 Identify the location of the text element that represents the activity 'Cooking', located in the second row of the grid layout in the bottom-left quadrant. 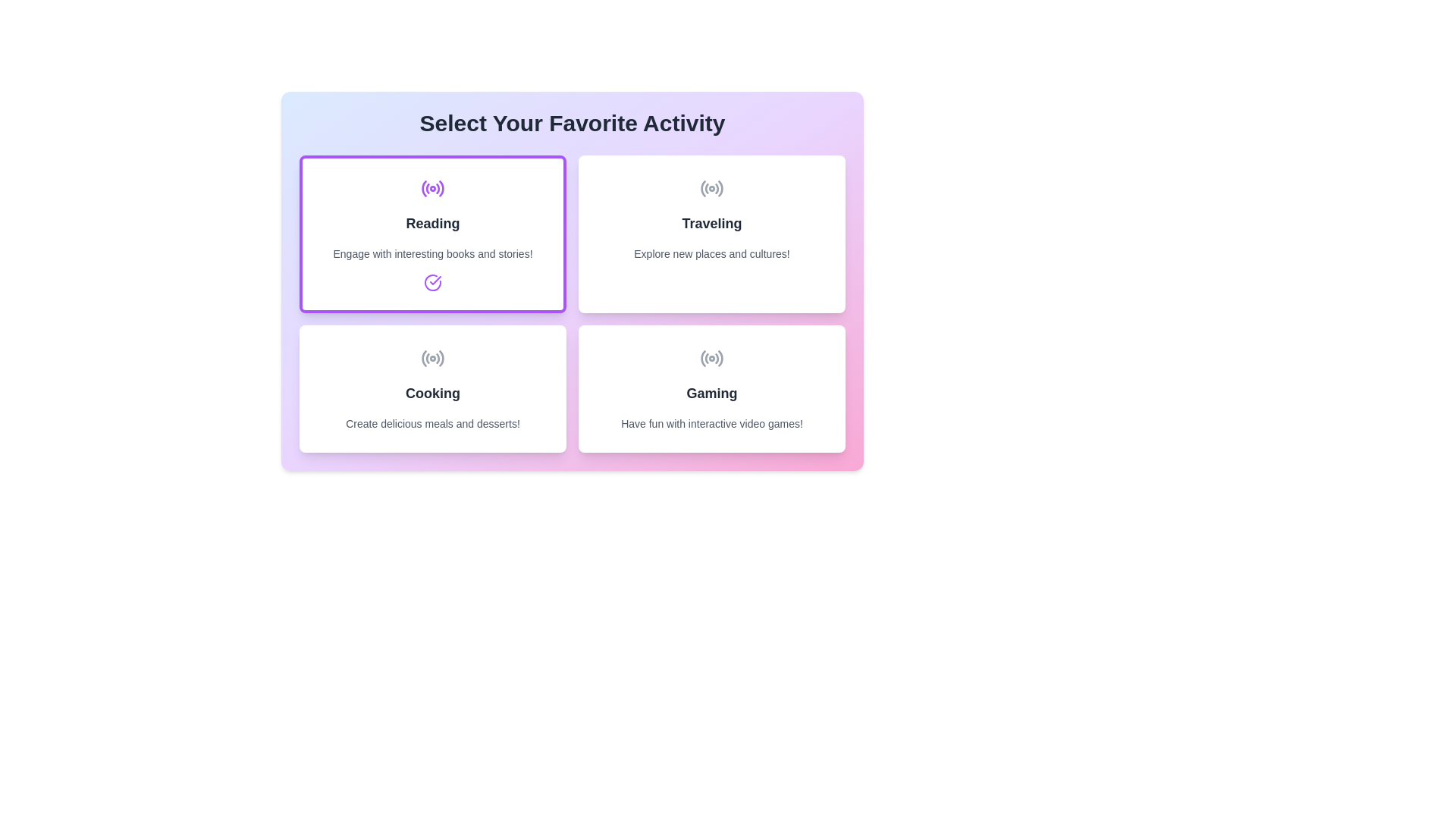
(432, 393).